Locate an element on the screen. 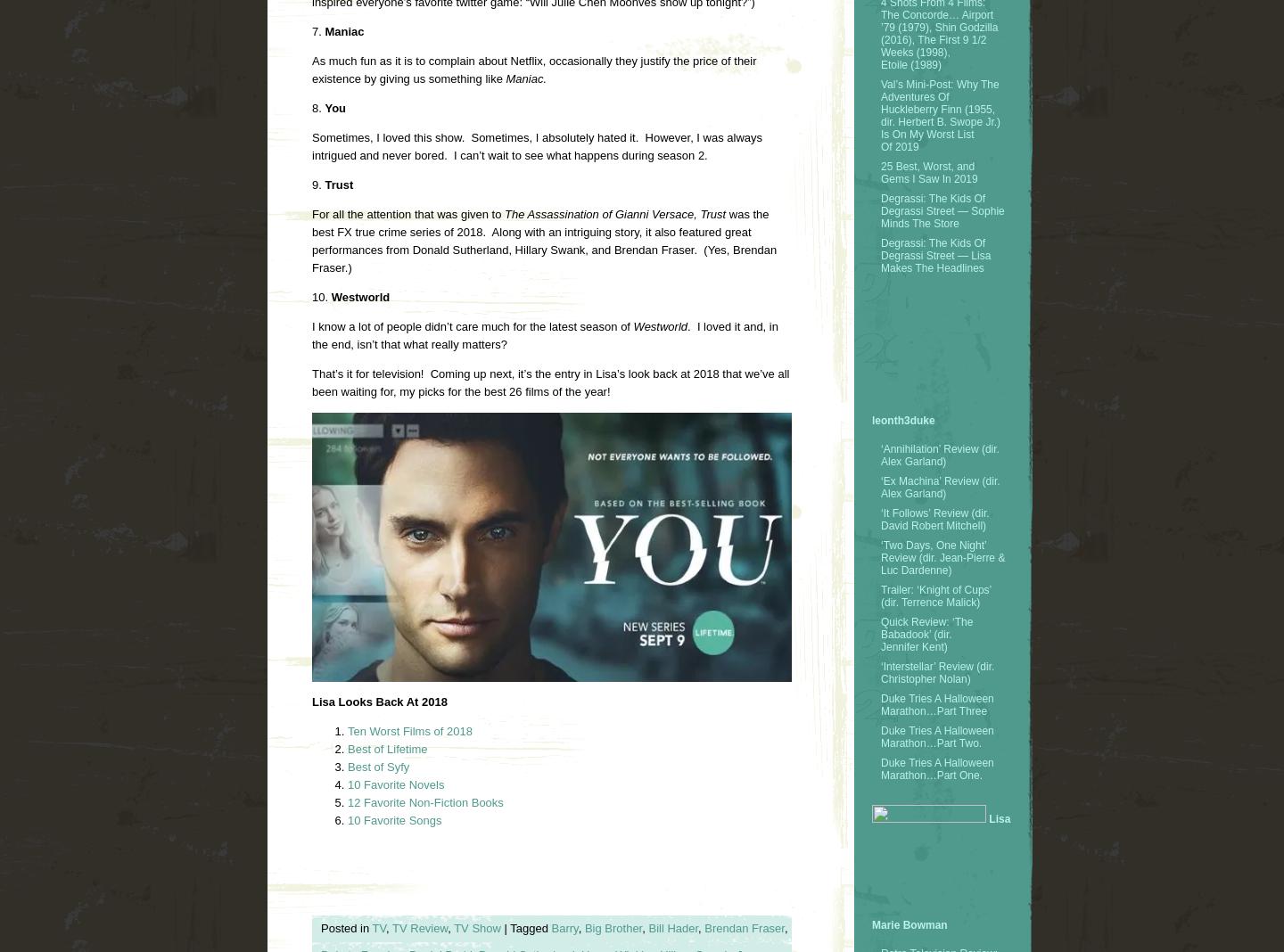  'Barry' is located at coordinates (564, 928).